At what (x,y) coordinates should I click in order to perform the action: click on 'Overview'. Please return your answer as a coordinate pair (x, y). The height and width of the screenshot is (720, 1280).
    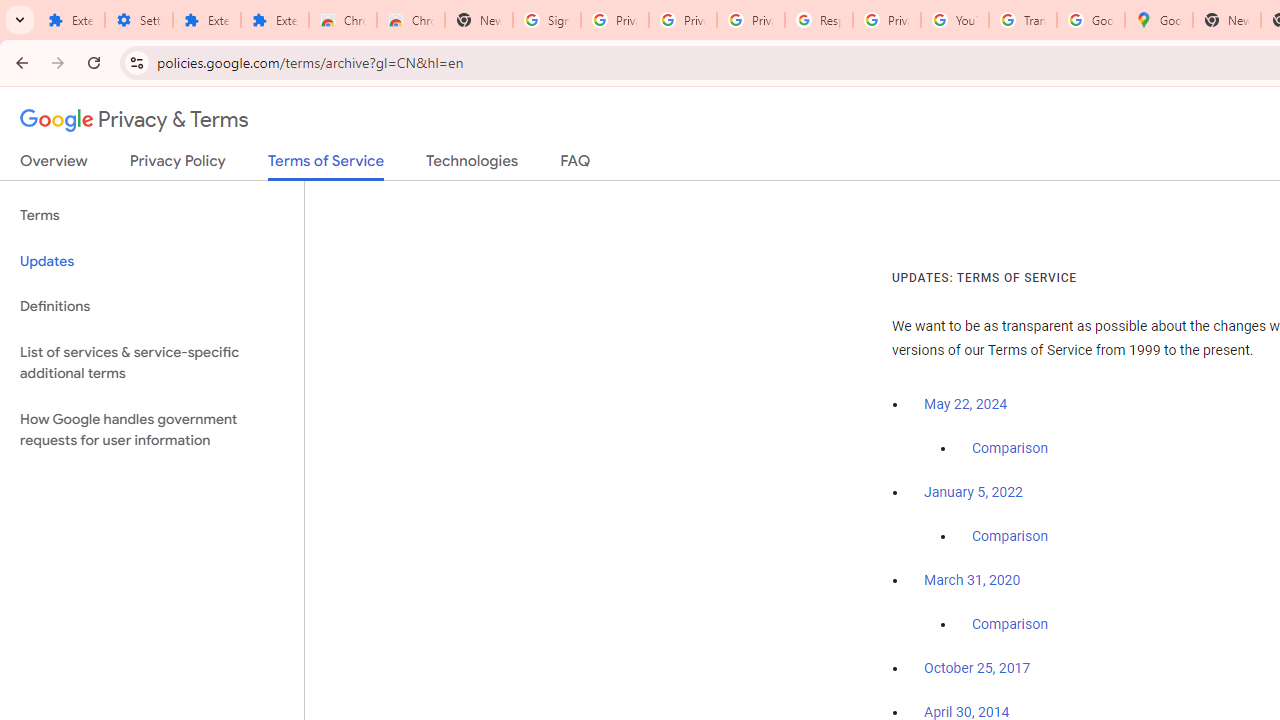
    Looking at the image, I should click on (54, 164).